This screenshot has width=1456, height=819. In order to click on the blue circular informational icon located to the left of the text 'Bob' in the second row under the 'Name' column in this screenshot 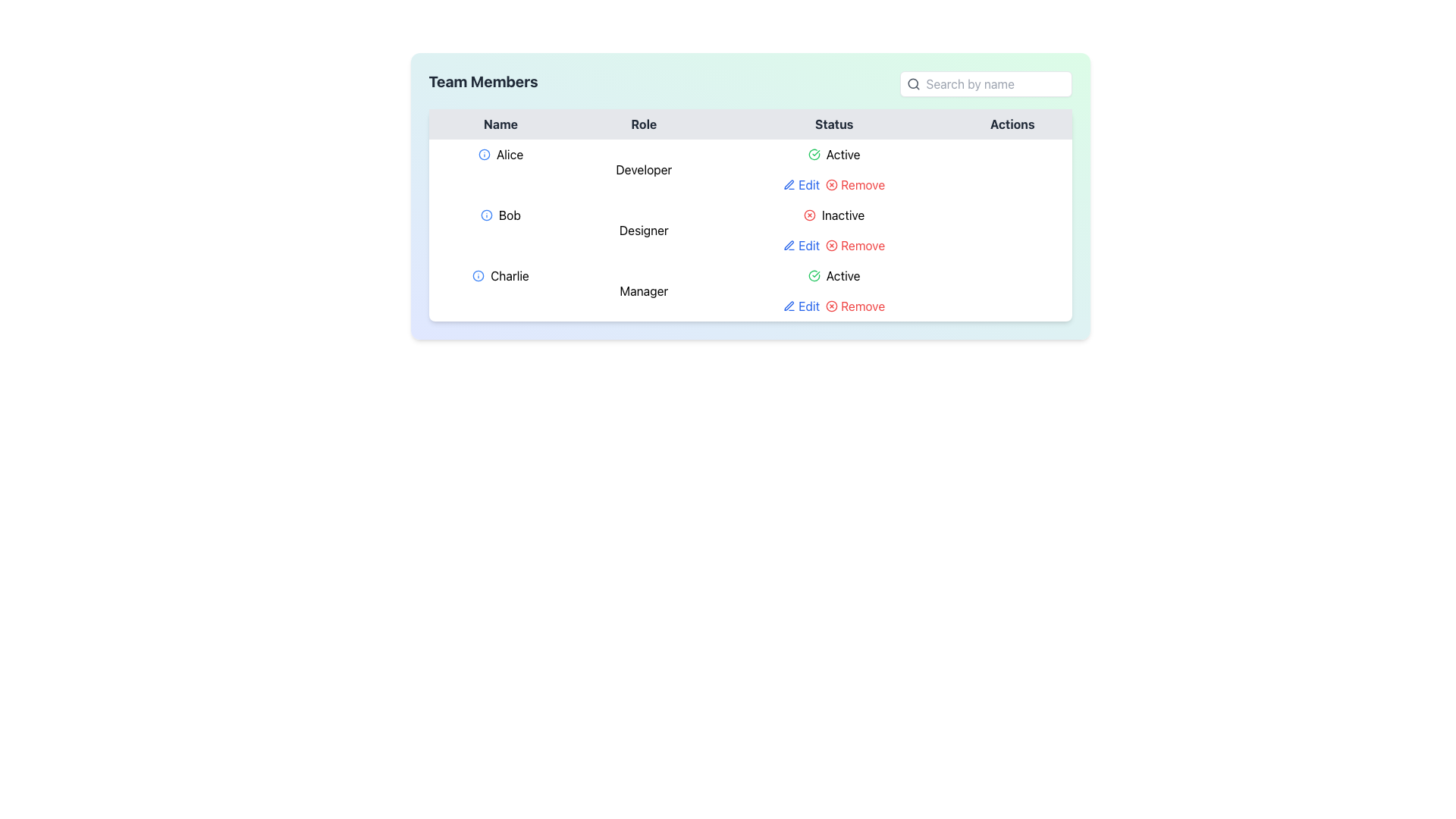, I will do `click(487, 215)`.